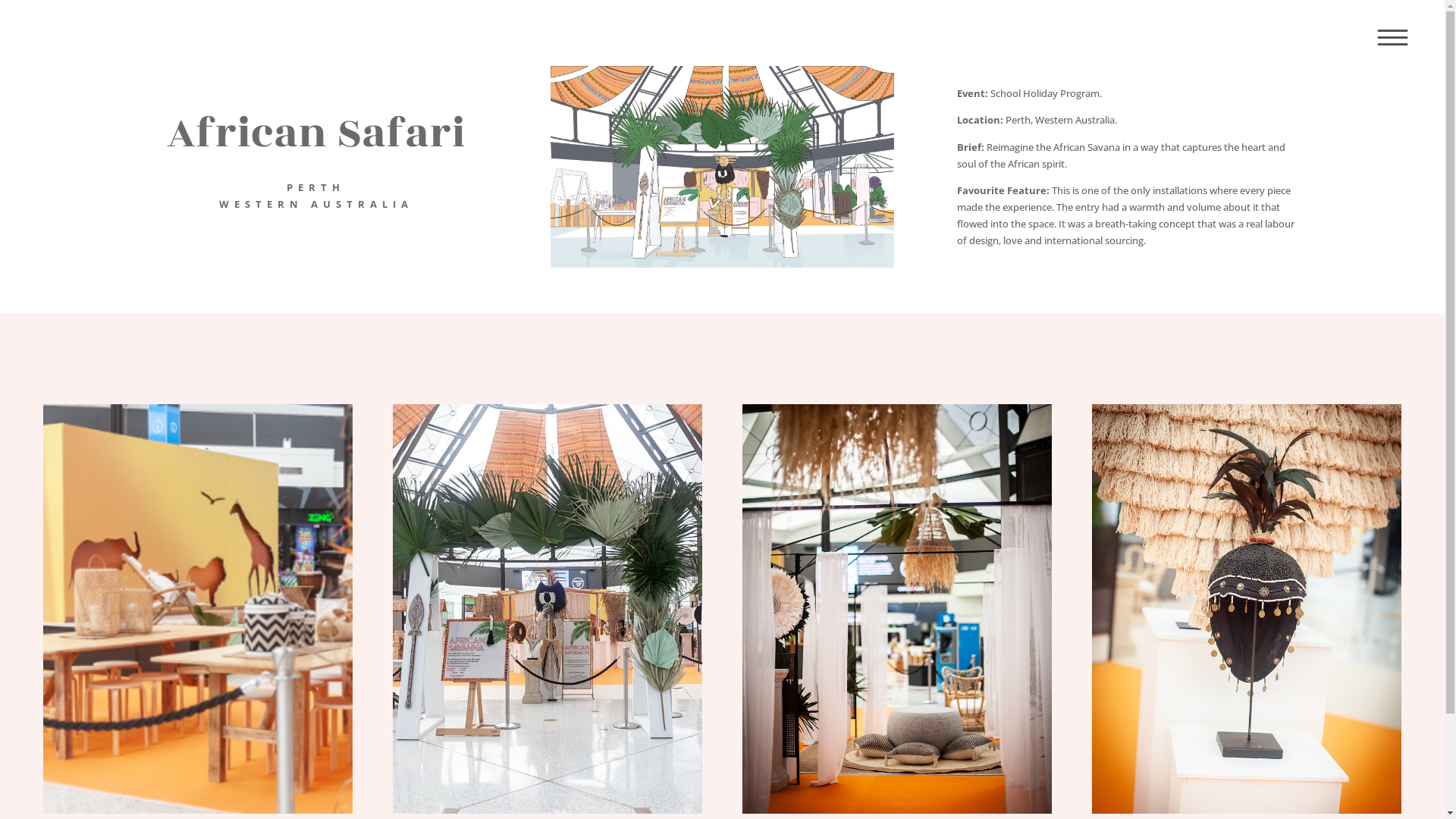  Describe the element at coordinates (720, 166) in the screenshot. I see `'Lion king illustration Draft 1'` at that location.